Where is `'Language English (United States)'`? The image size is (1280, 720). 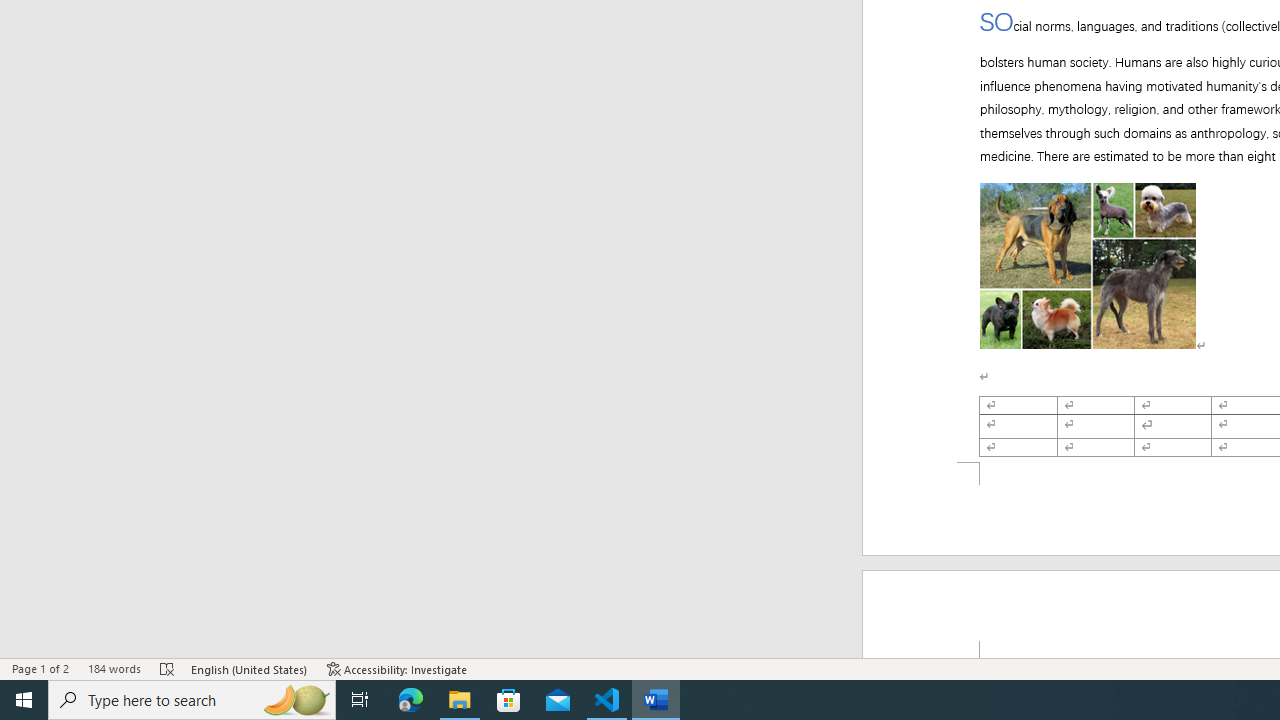
'Language English (United States)' is located at coordinates (249, 669).